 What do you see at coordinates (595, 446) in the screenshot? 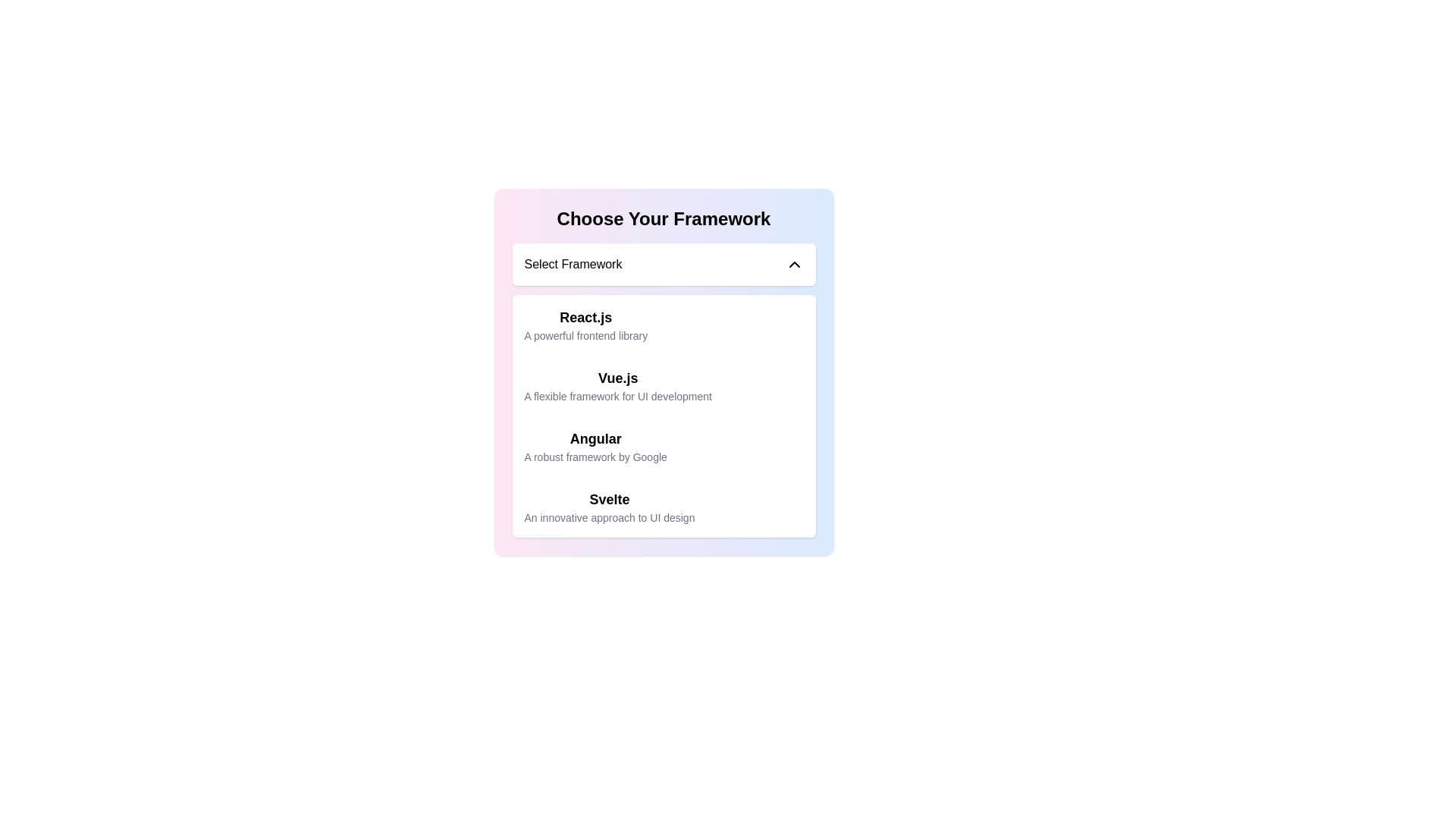
I see `the list item that represents the 'Angular' framework option in the dropdown selection list` at bounding box center [595, 446].